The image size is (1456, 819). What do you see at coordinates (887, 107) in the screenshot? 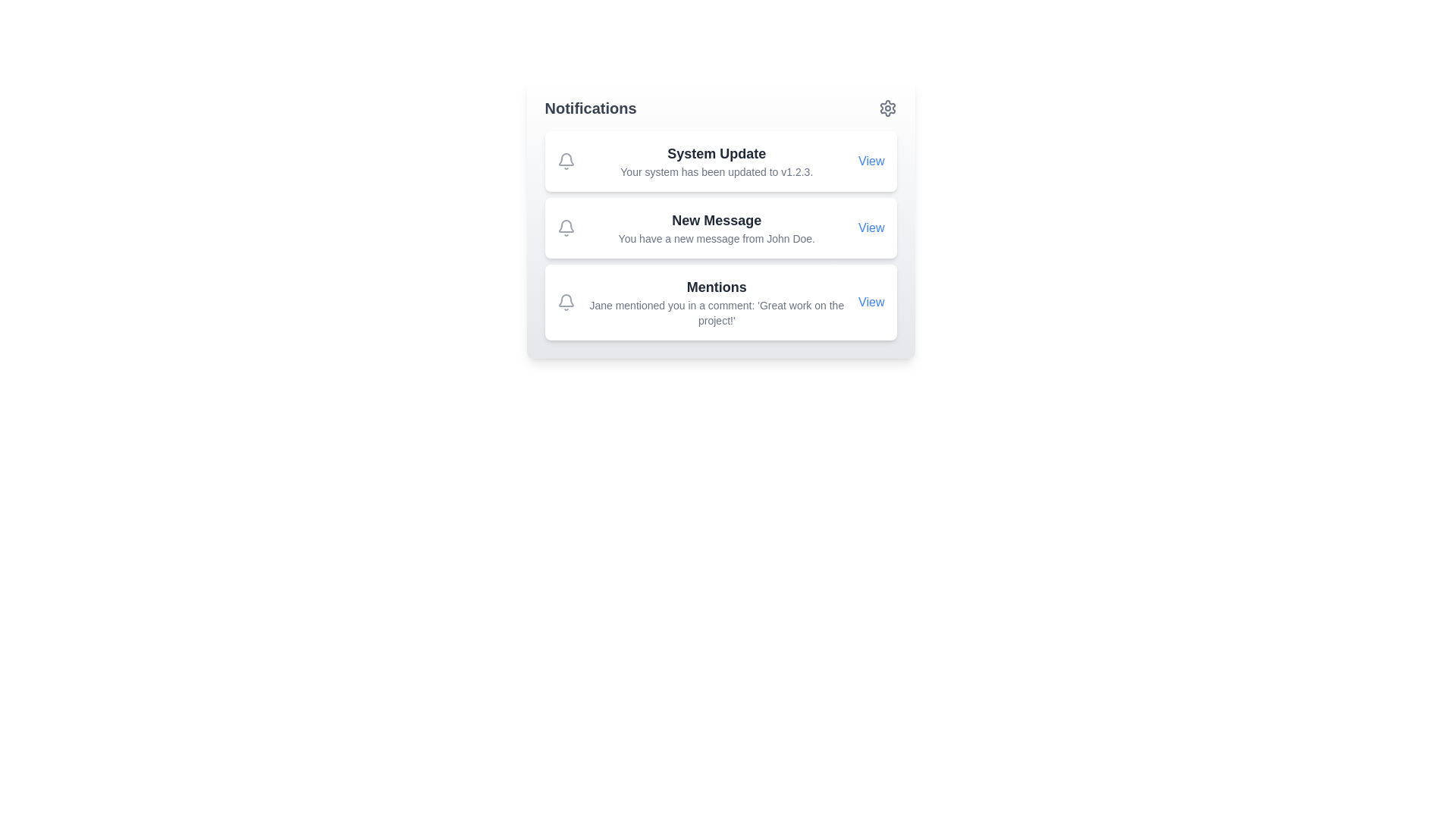
I see `the settings button in the top-right corner of the NotificationsDashboard` at bounding box center [887, 107].